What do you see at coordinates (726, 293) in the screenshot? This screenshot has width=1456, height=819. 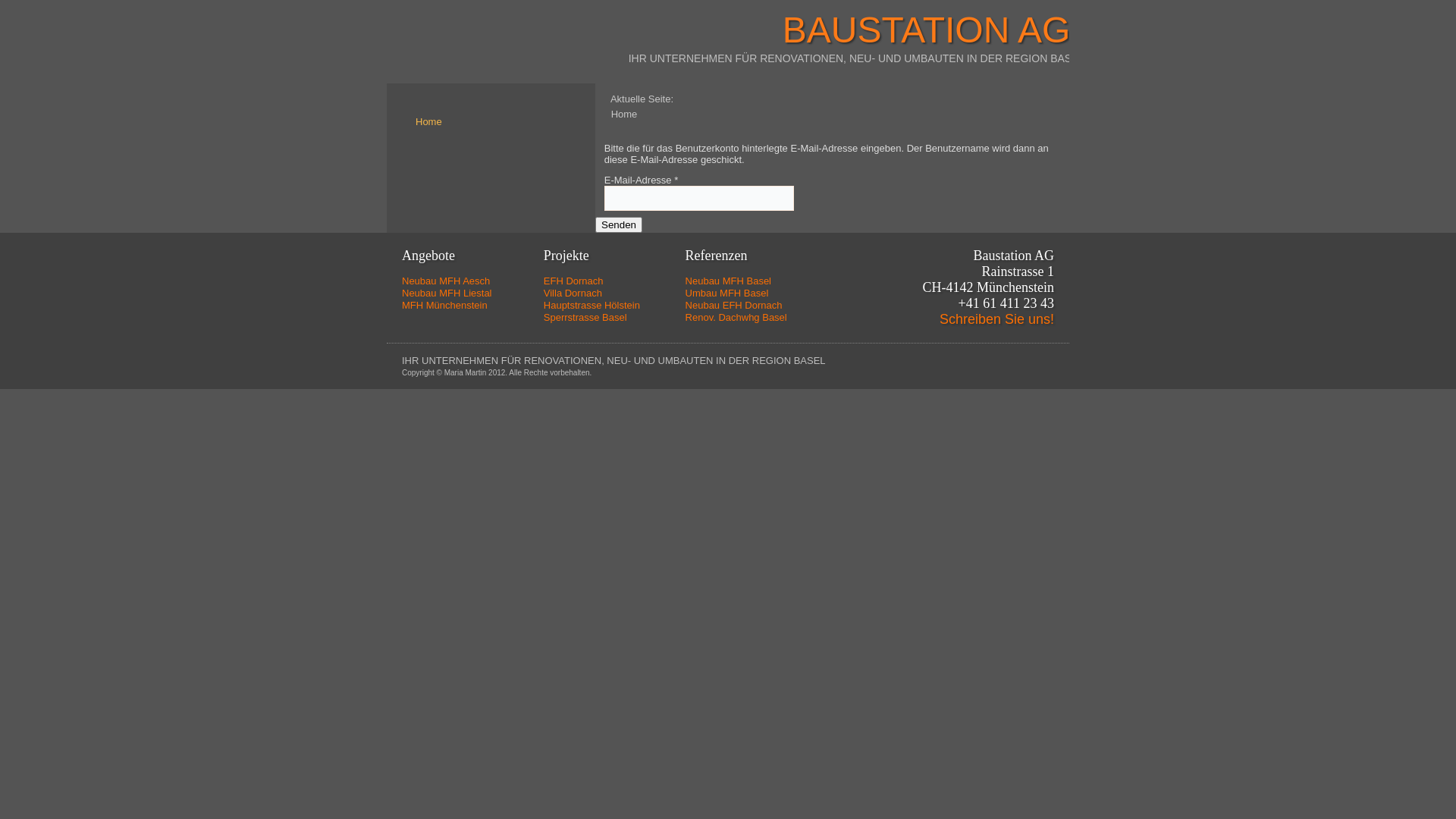 I see `'Umbau MFH Basel'` at bounding box center [726, 293].